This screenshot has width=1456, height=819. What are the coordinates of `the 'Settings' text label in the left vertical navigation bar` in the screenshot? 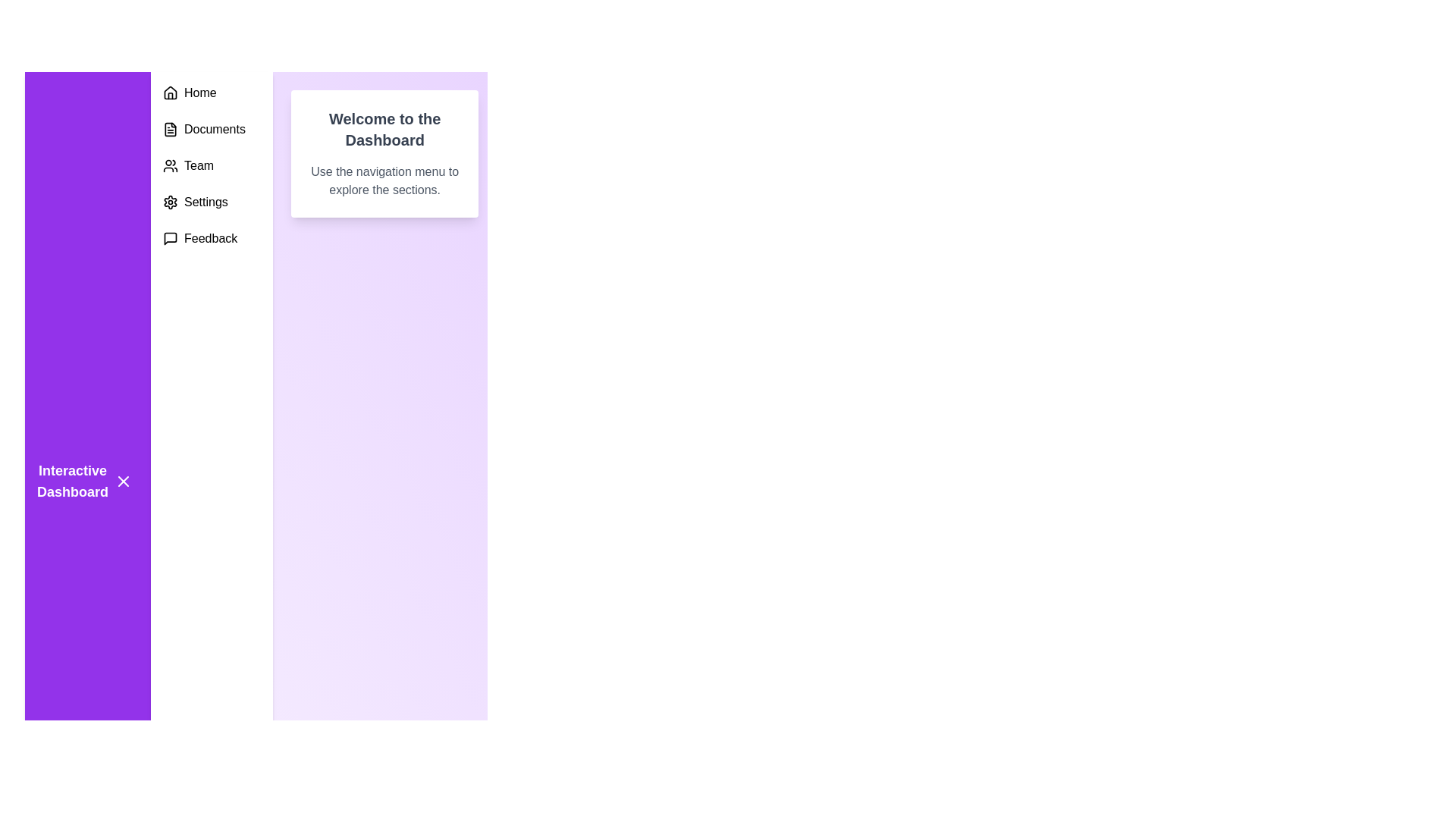 It's located at (205, 201).